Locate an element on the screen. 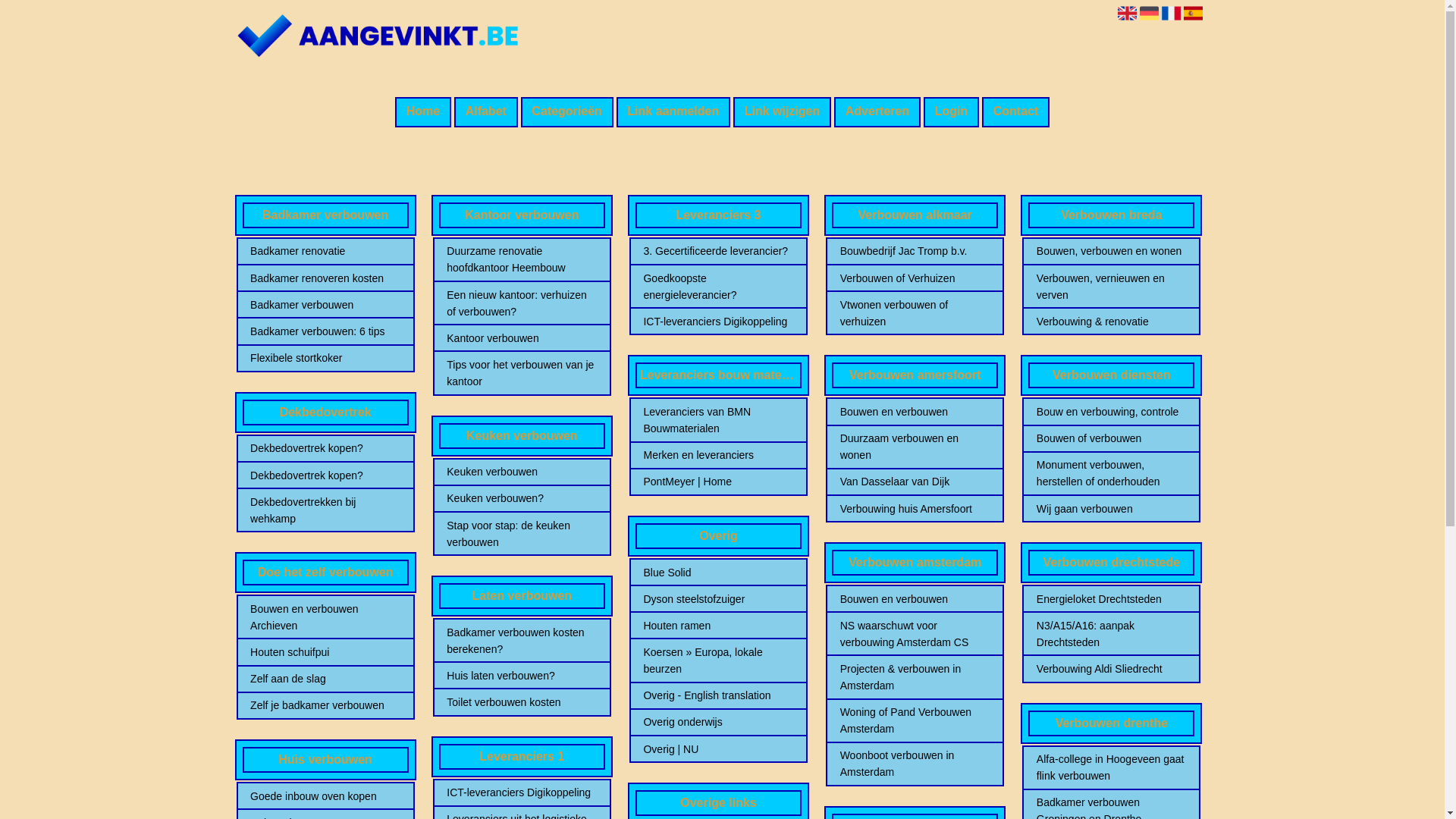 The width and height of the screenshot is (1456, 819). 'Adverteren' is located at coordinates (877, 111).